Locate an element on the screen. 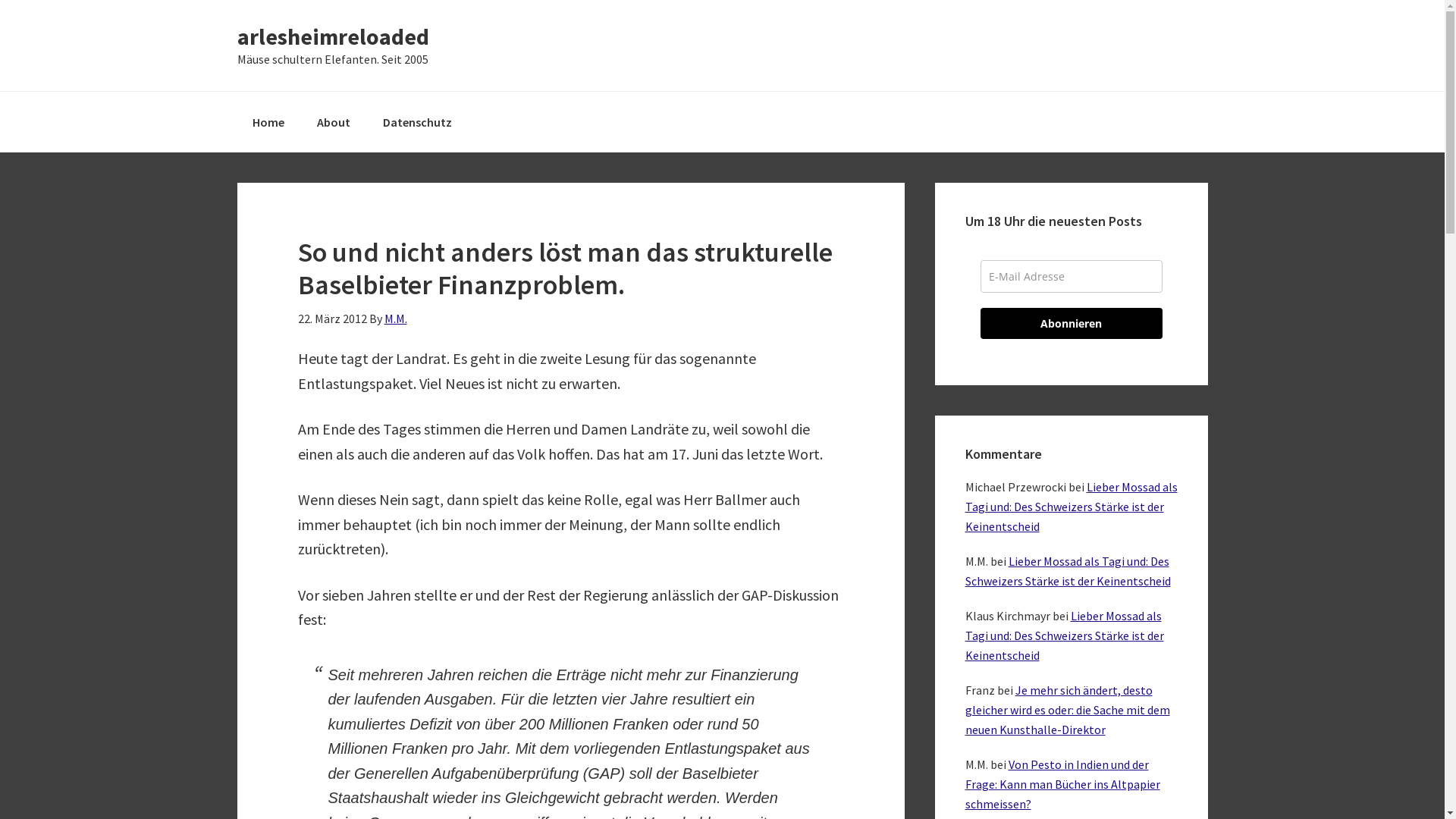  'Zur Hauptnavigation springen' is located at coordinates (0, 0).